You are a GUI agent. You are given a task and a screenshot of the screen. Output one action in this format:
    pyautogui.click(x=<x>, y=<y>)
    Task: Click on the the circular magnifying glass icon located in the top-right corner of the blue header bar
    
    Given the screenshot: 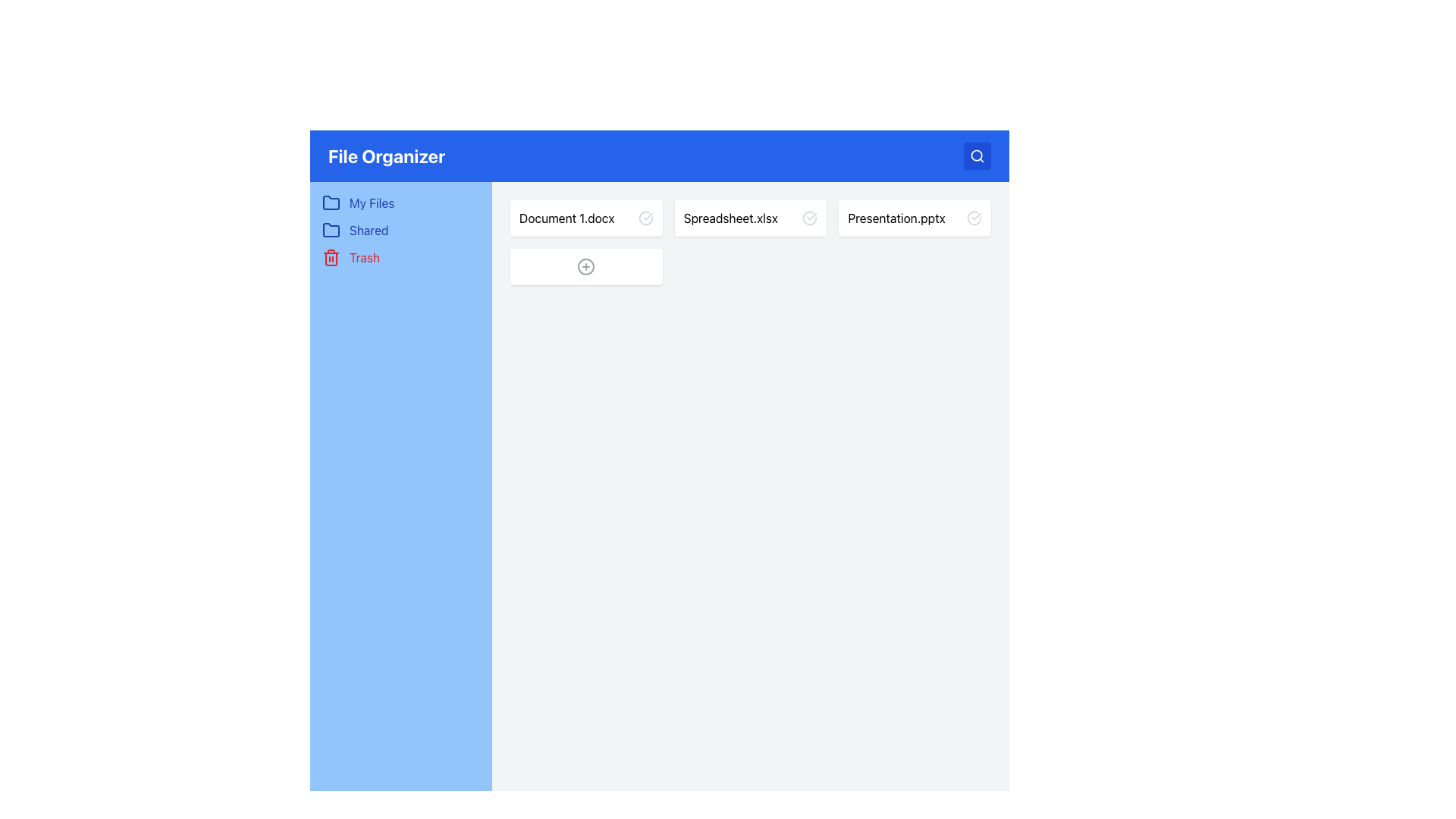 What is the action you would take?
    pyautogui.click(x=977, y=155)
    